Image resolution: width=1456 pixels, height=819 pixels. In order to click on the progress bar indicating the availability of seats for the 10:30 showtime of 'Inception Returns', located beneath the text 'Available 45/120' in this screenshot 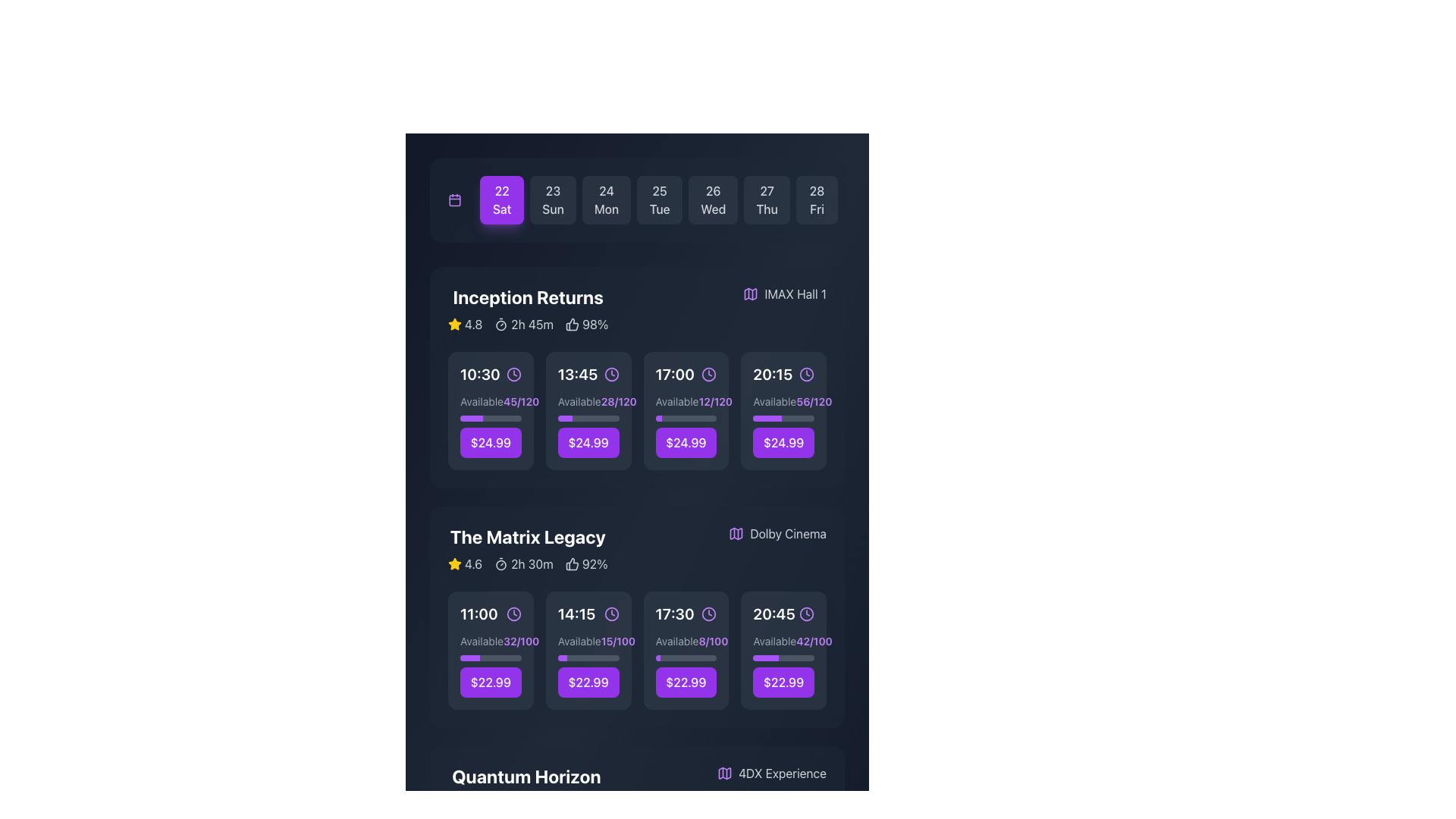, I will do `click(491, 418)`.